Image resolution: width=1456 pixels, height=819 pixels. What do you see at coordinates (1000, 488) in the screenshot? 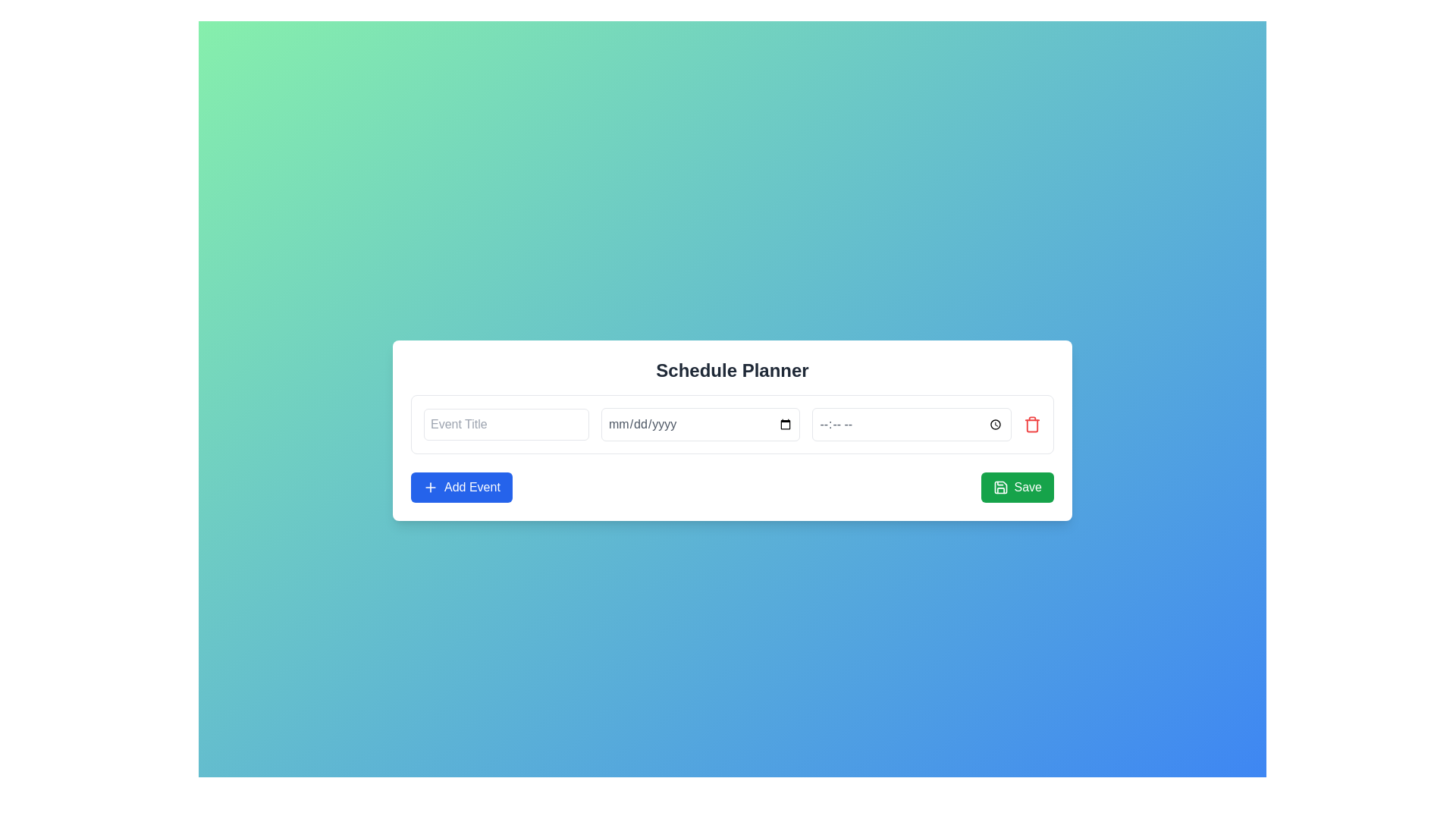
I see `the 'Save' icon located in the bottom-right corner of the white card` at bounding box center [1000, 488].